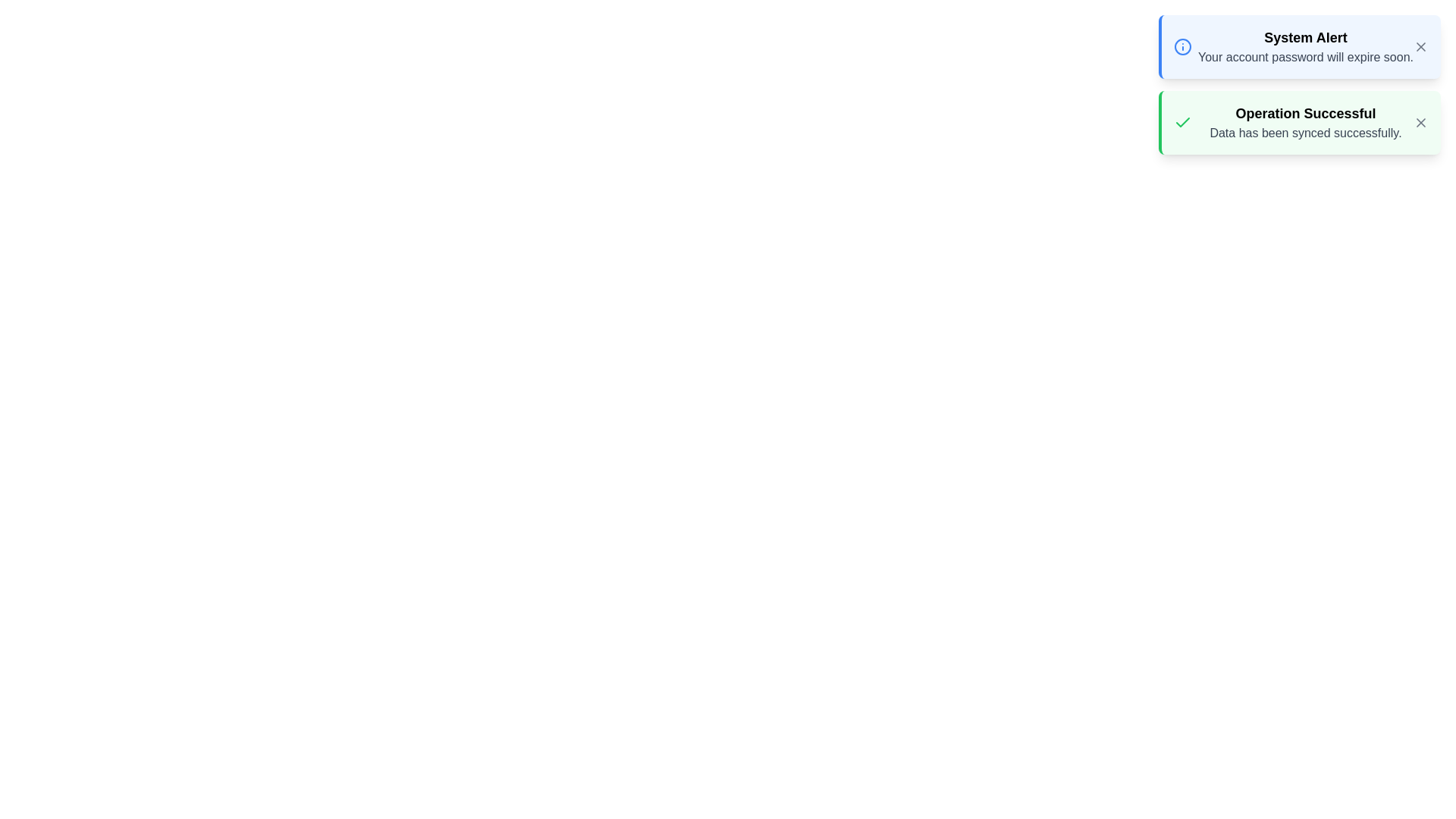 The width and height of the screenshot is (1456, 819). I want to click on the description of the notification with ID 1, so click(1305, 45).